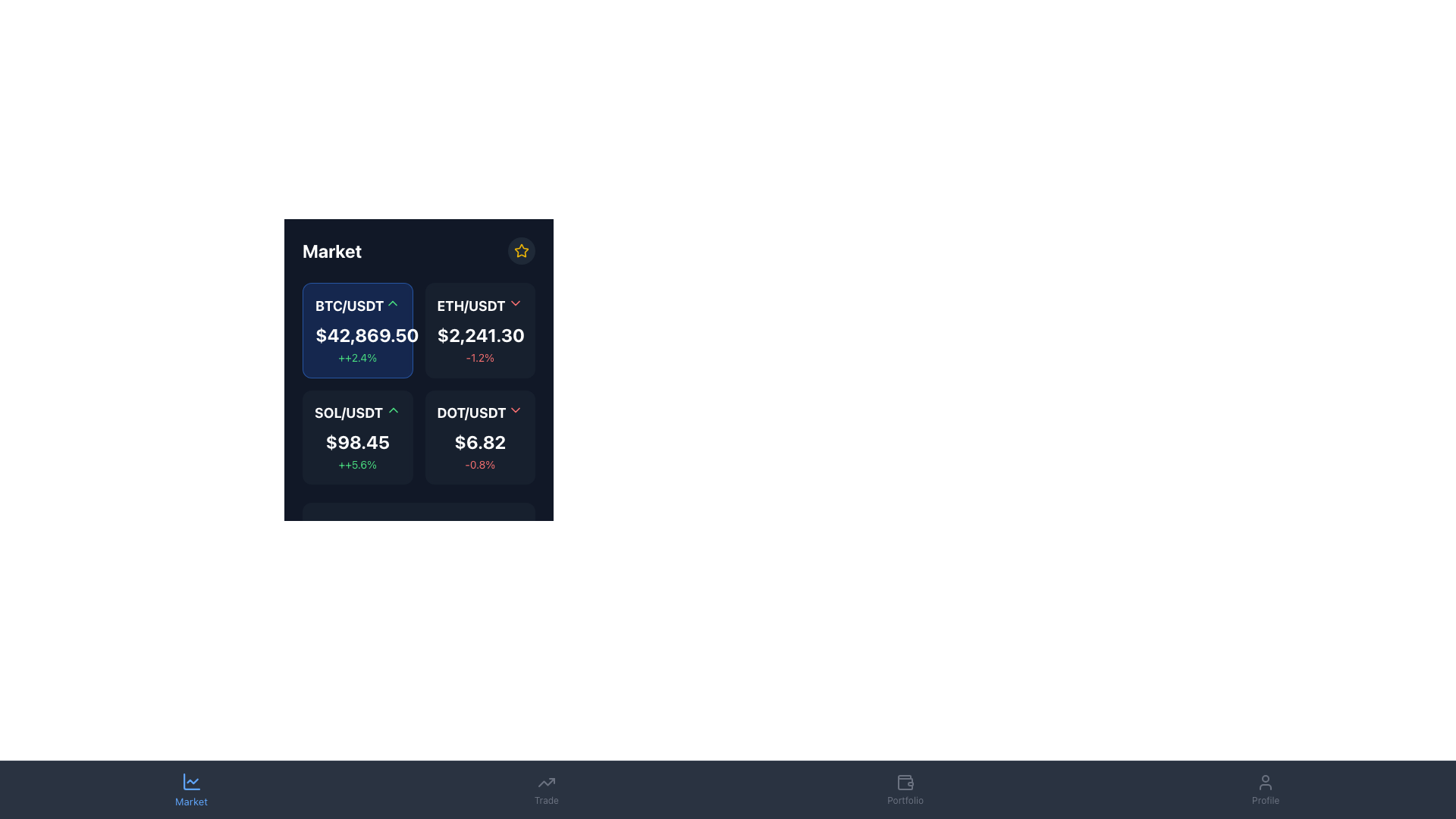 The height and width of the screenshot is (819, 1456). I want to click on the text label displaying the percentage change of the cryptocurrency price, which indicates a decrease, located below the larger text '$2,241.30', so click(479, 357).